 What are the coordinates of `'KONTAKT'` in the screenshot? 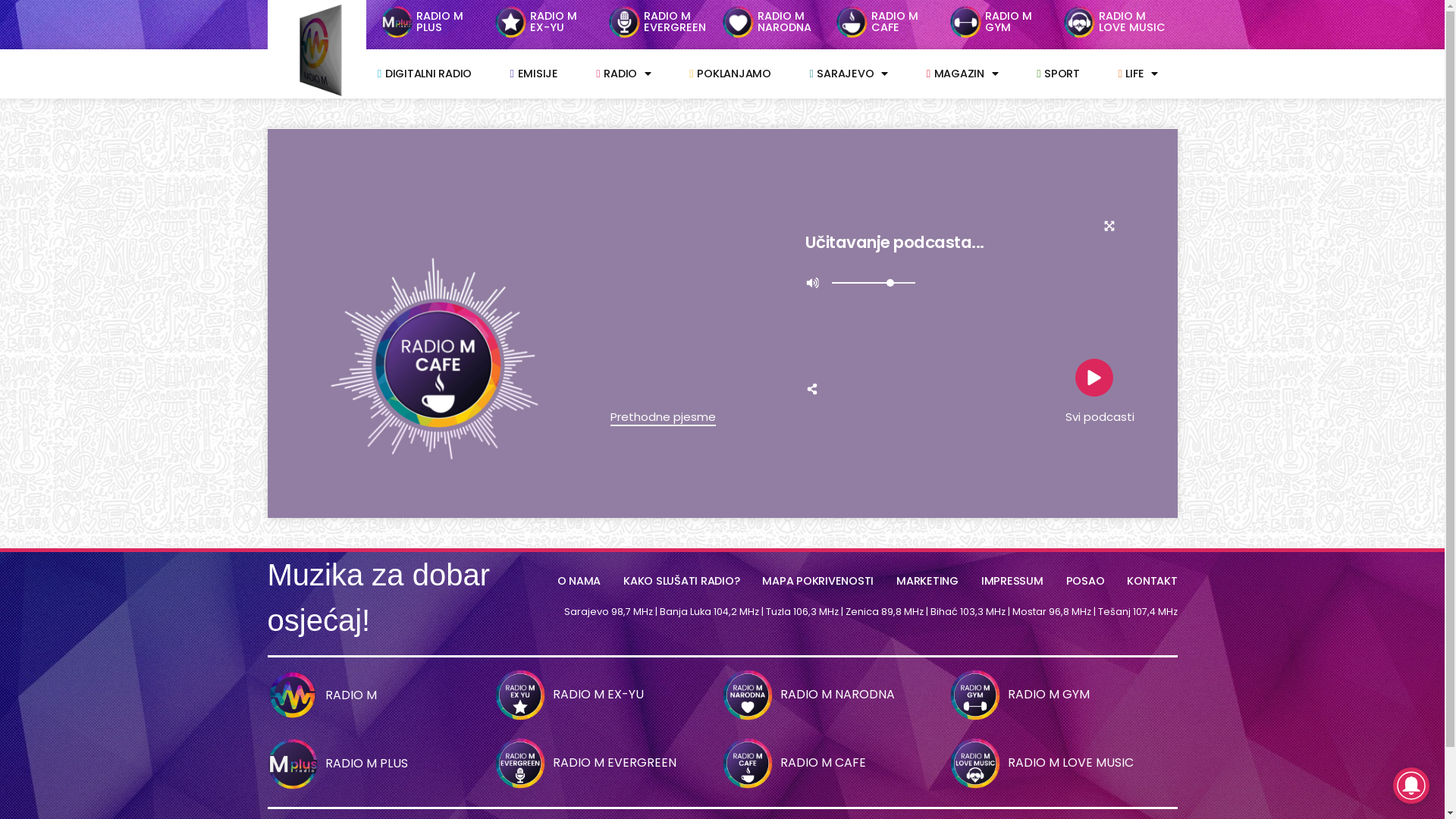 It's located at (1151, 580).